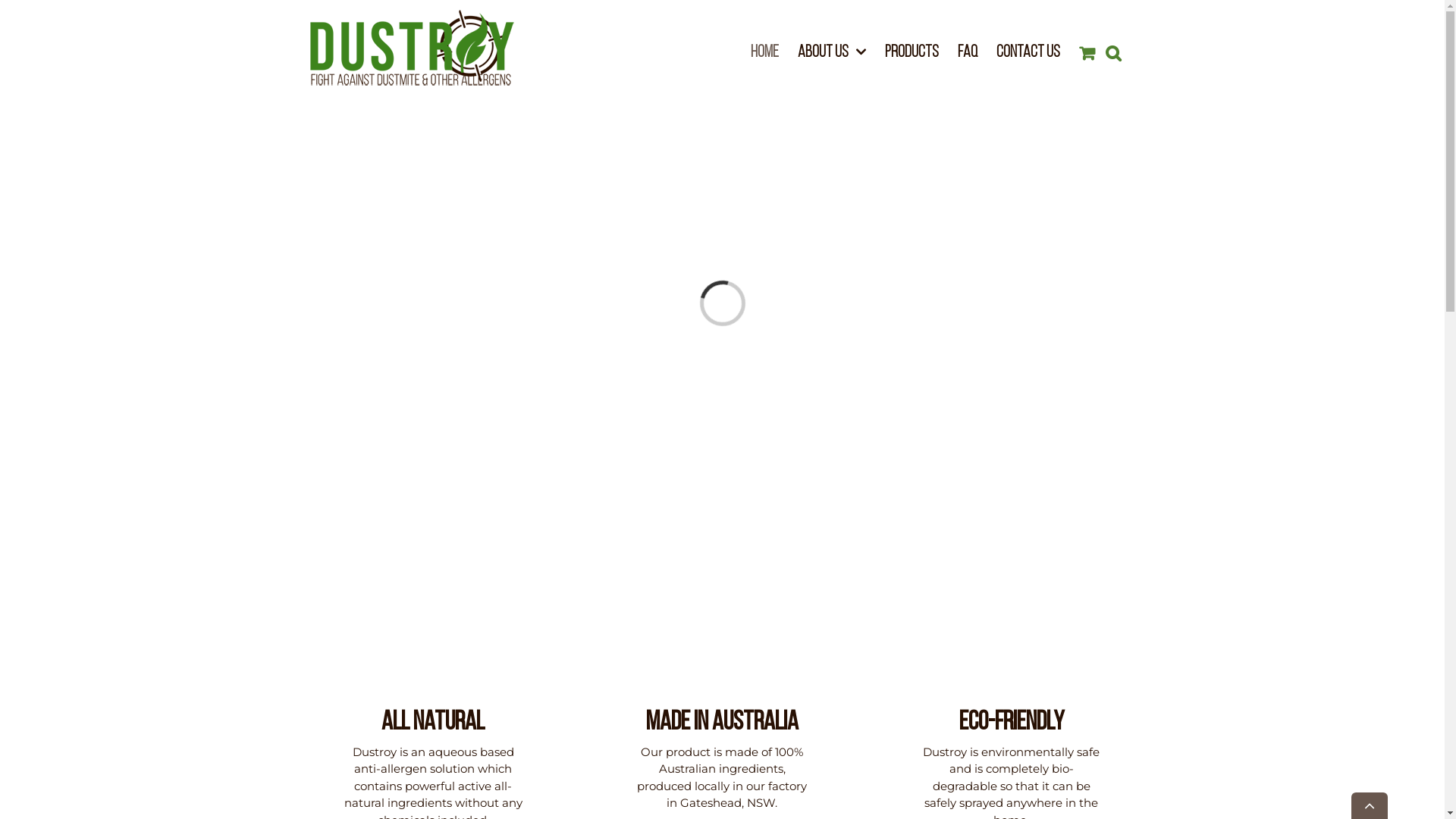 The height and width of the screenshot is (819, 1456). What do you see at coordinates (1113, 52) in the screenshot?
I see `'Search'` at bounding box center [1113, 52].